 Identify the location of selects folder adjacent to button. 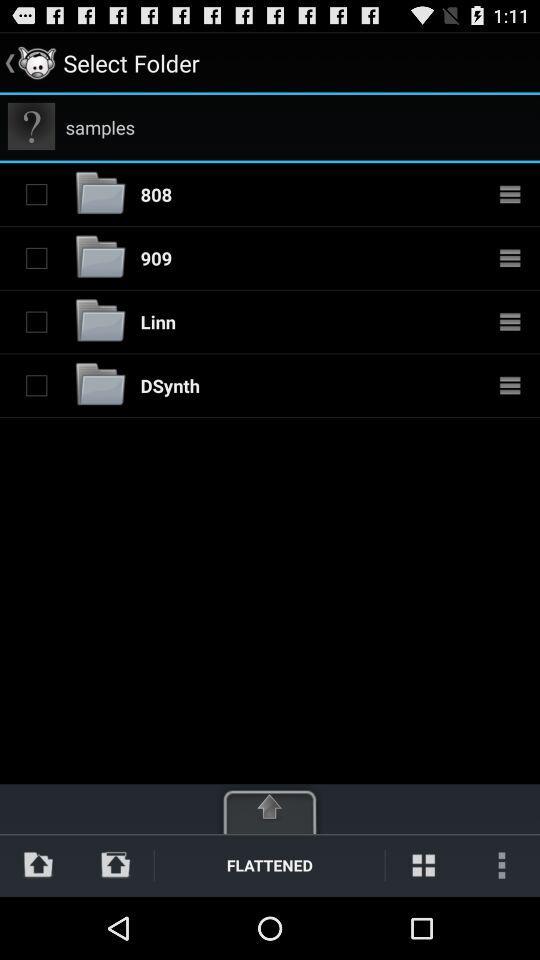
(36, 257).